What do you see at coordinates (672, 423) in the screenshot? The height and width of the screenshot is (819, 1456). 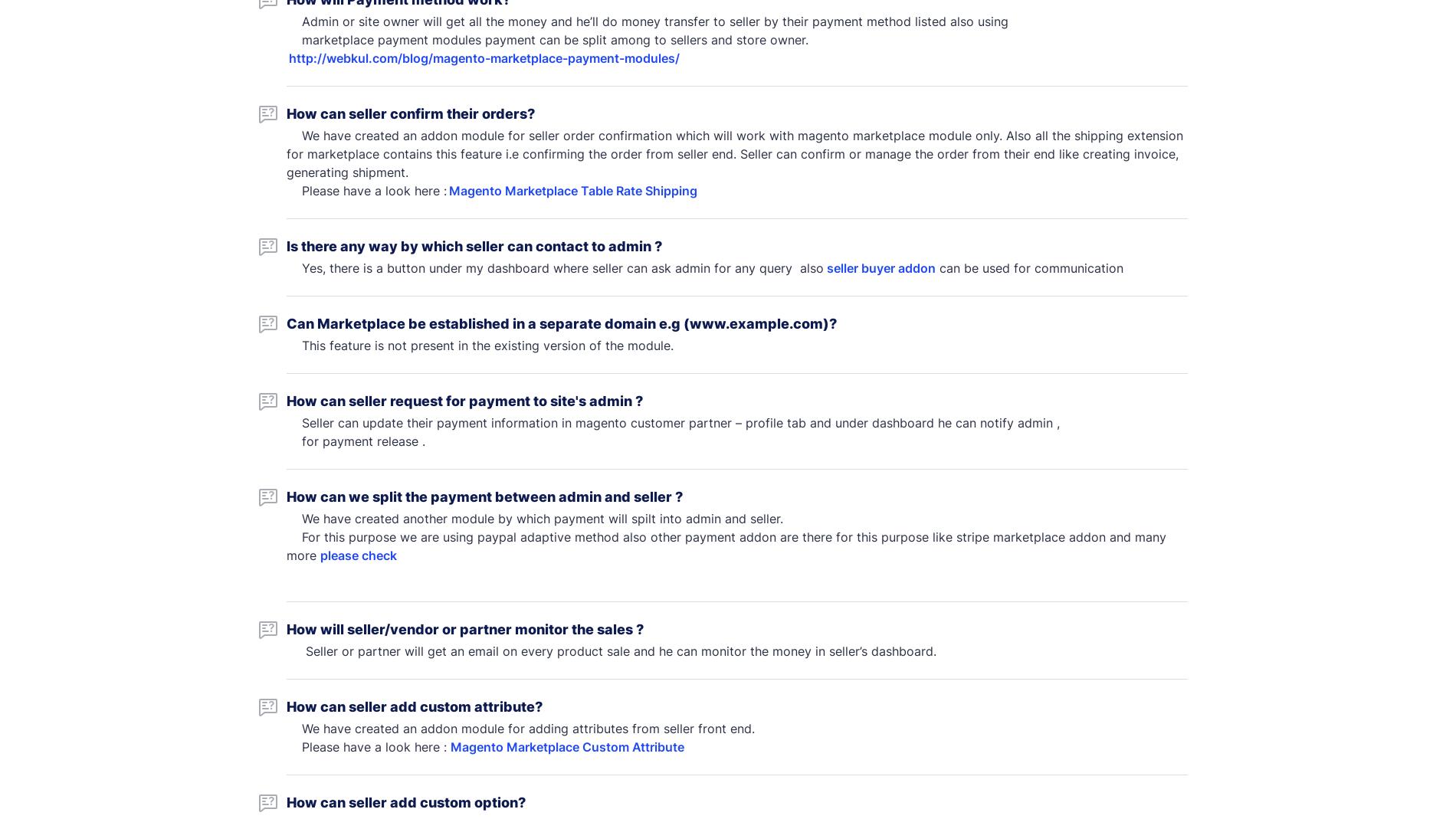 I see `'Seller can update their payment information in magento customer partner – profile tab and under dashboard he can notify admin ,'` at bounding box center [672, 423].